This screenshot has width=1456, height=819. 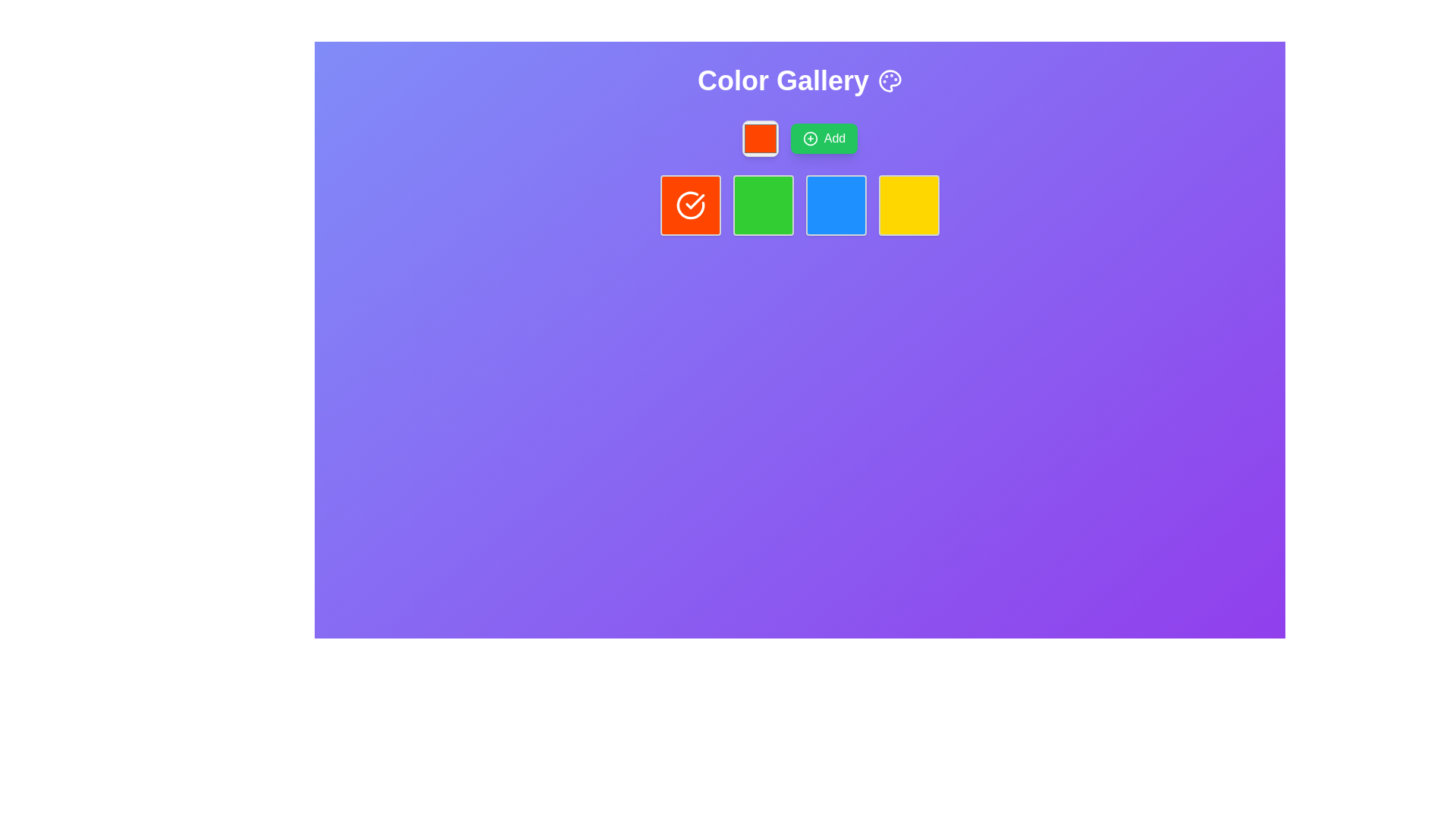 I want to click on the color settings icon located in the top-right region of the interface, adjacent to the title 'Color Gallery', so click(x=890, y=81).